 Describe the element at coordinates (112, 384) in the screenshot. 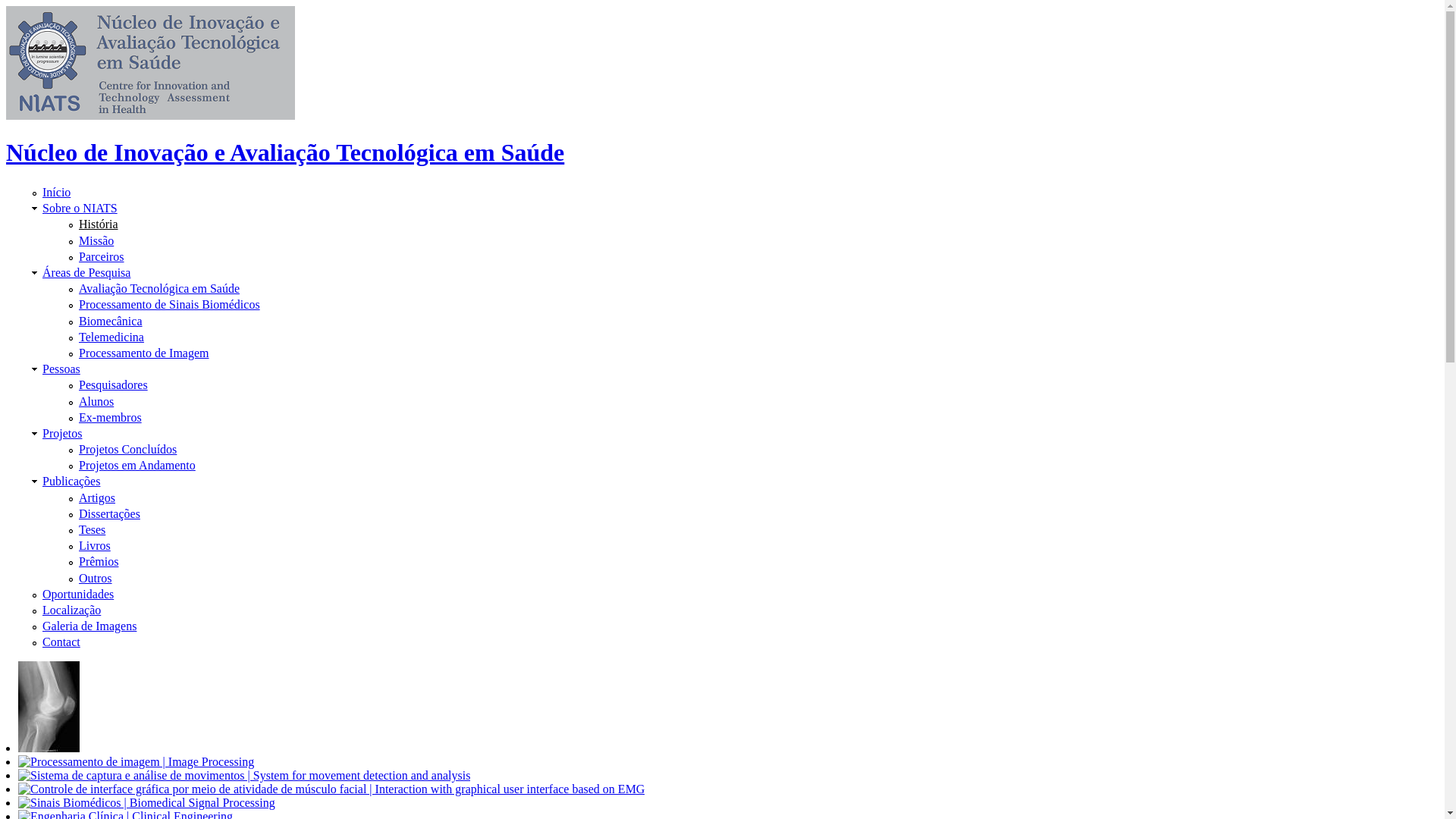

I see `'Pesquisadores'` at that location.